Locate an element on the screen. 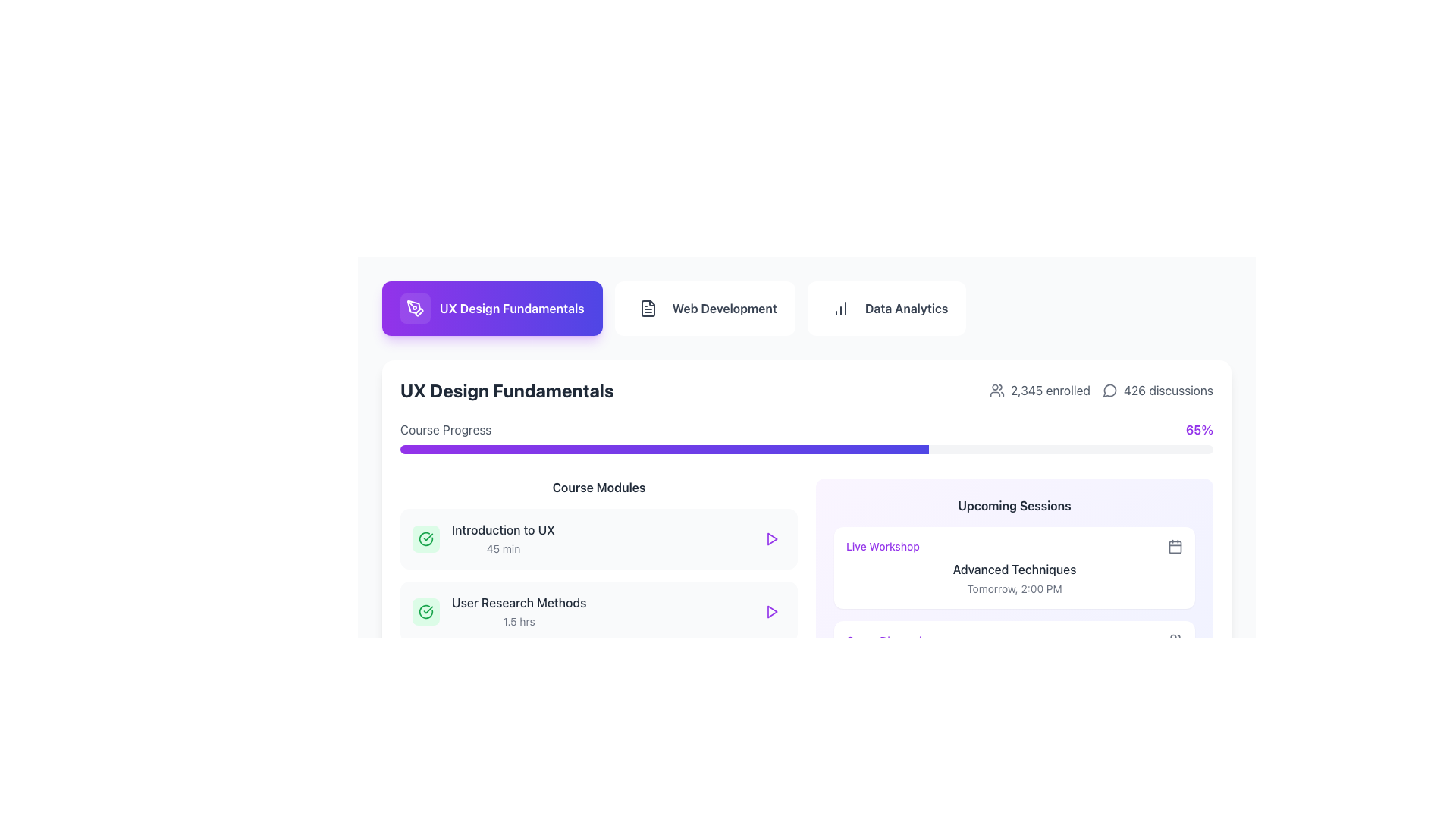 The image size is (1456, 819). the Information display showing user engagement metrics for the UX Design Fundamentals course is located at coordinates (1101, 390).